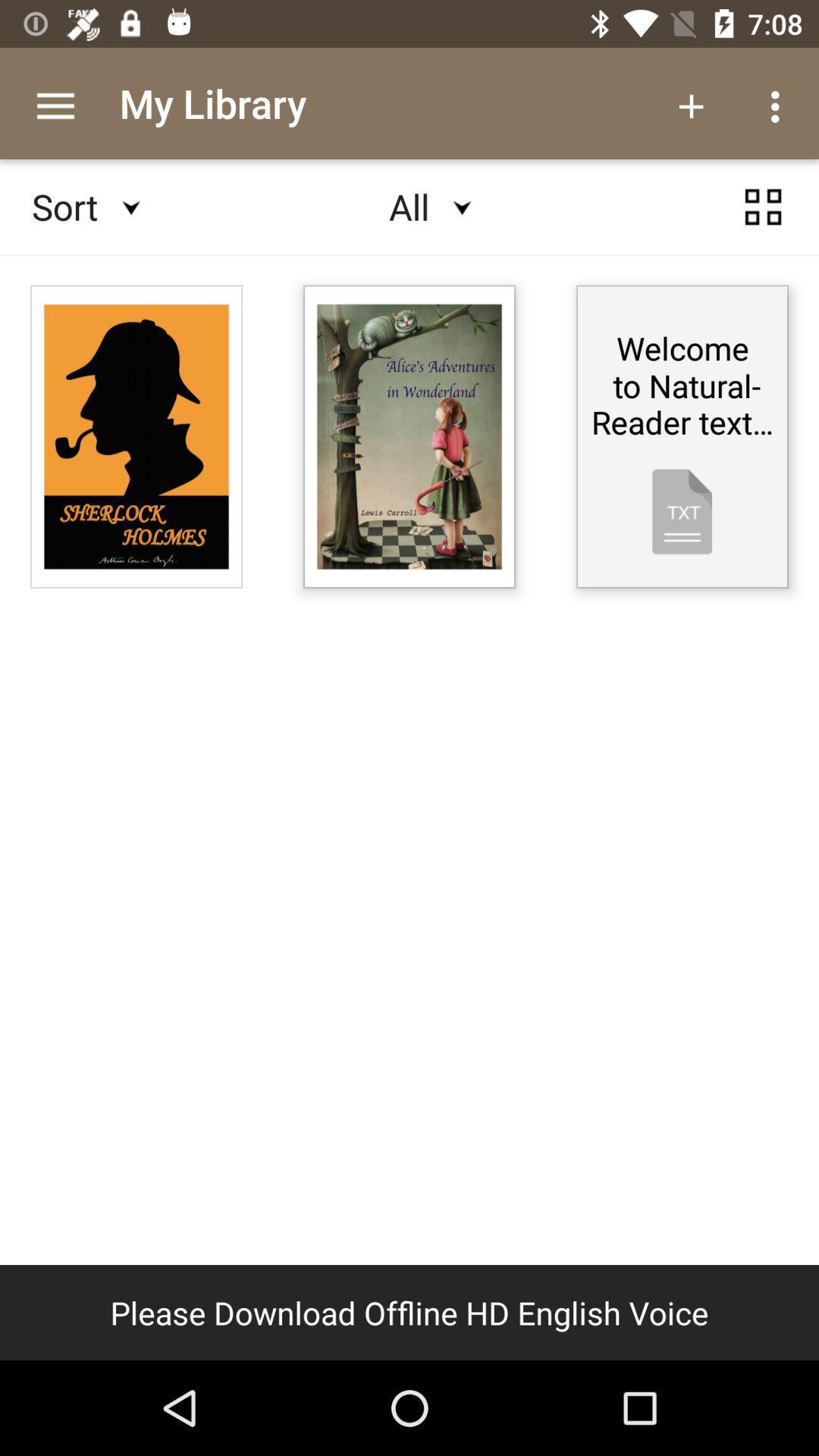 This screenshot has height=1456, width=819. I want to click on options icon, so click(779, 105).